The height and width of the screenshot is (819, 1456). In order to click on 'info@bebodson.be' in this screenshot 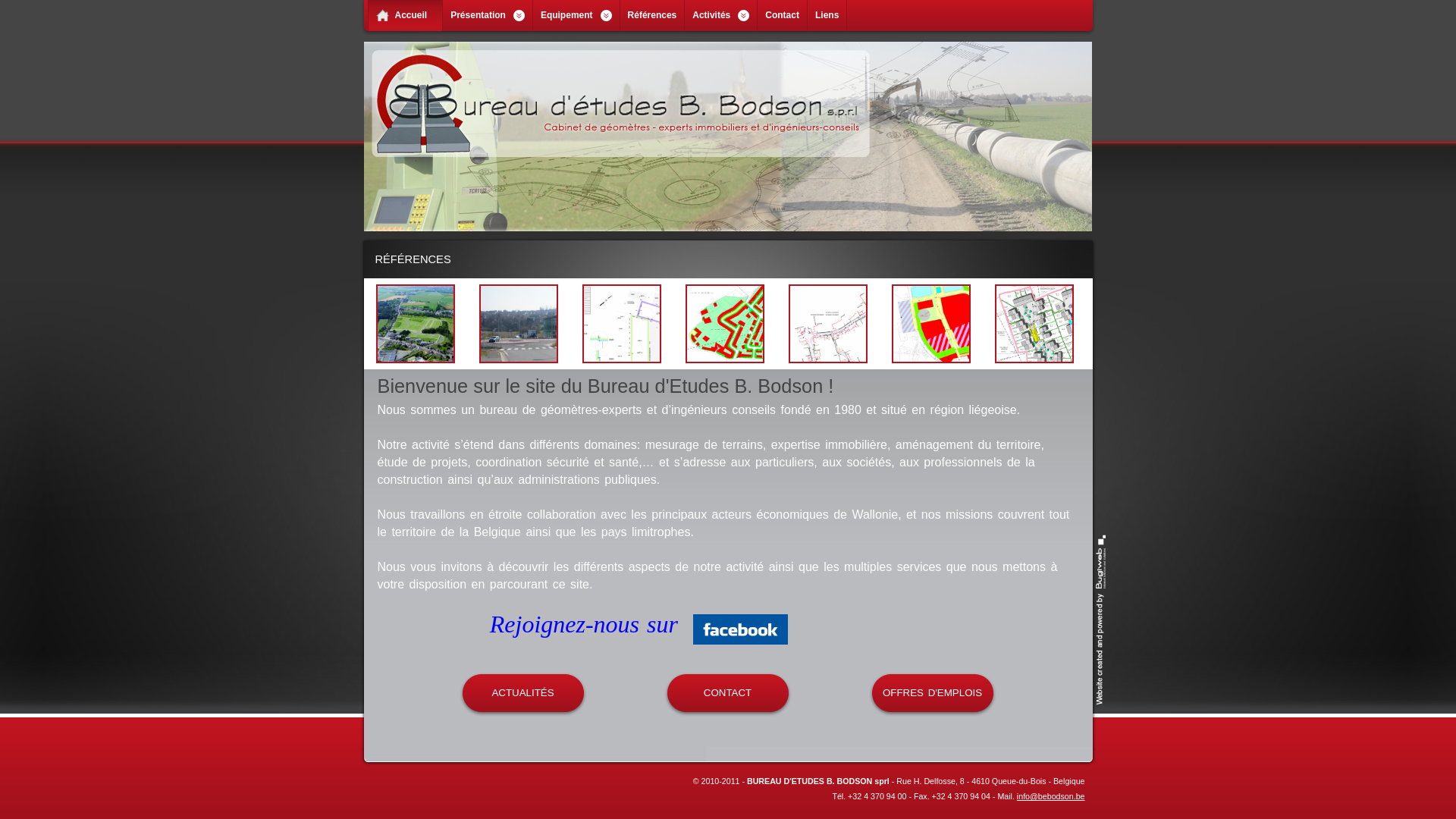, I will do `click(1050, 795)`.